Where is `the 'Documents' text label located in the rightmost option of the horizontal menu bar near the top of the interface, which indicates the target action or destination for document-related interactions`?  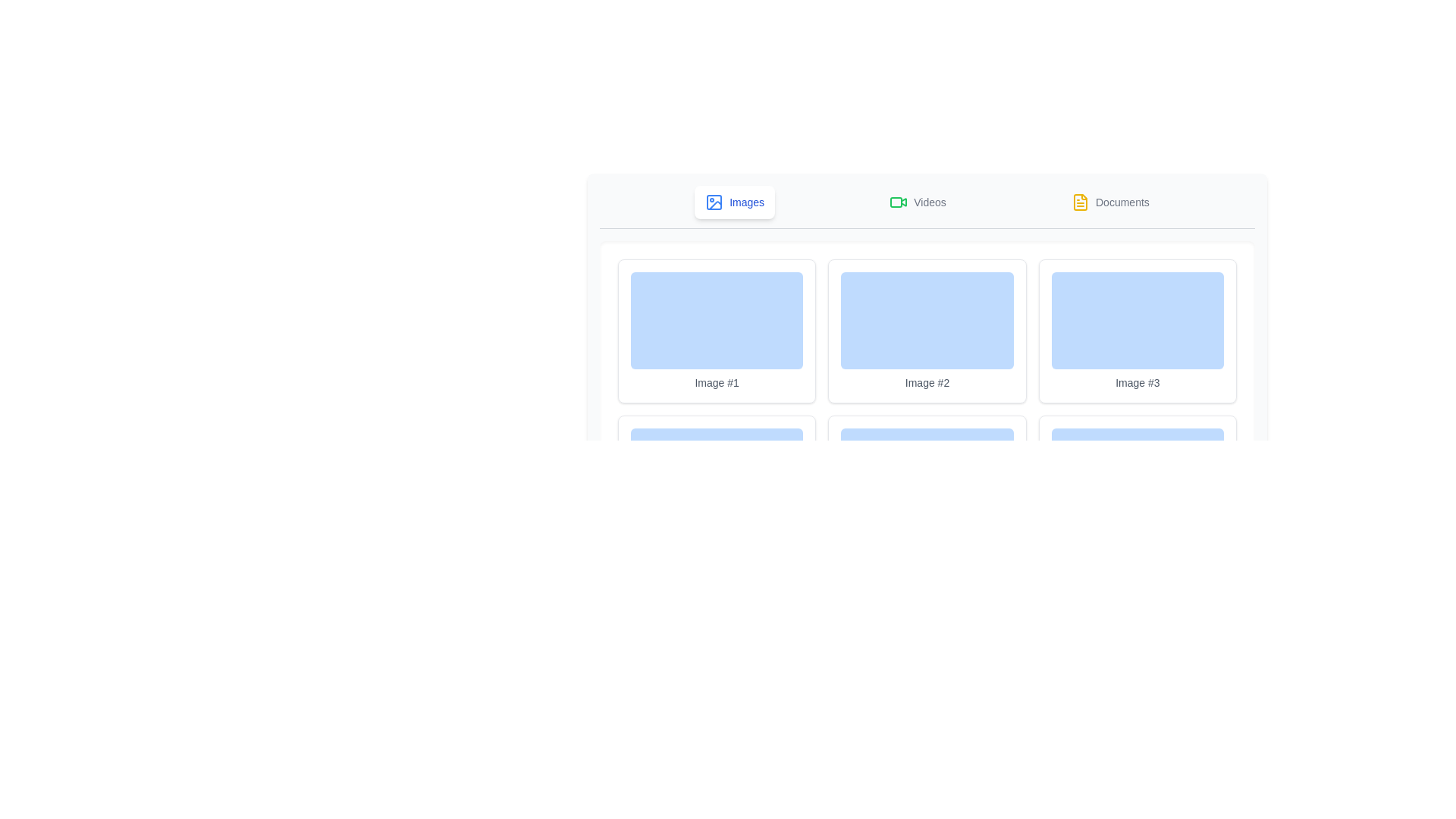 the 'Documents' text label located in the rightmost option of the horizontal menu bar near the top of the interface, which indicates the target action or destination for document-related interactions is located at coordinates (1122, 201).